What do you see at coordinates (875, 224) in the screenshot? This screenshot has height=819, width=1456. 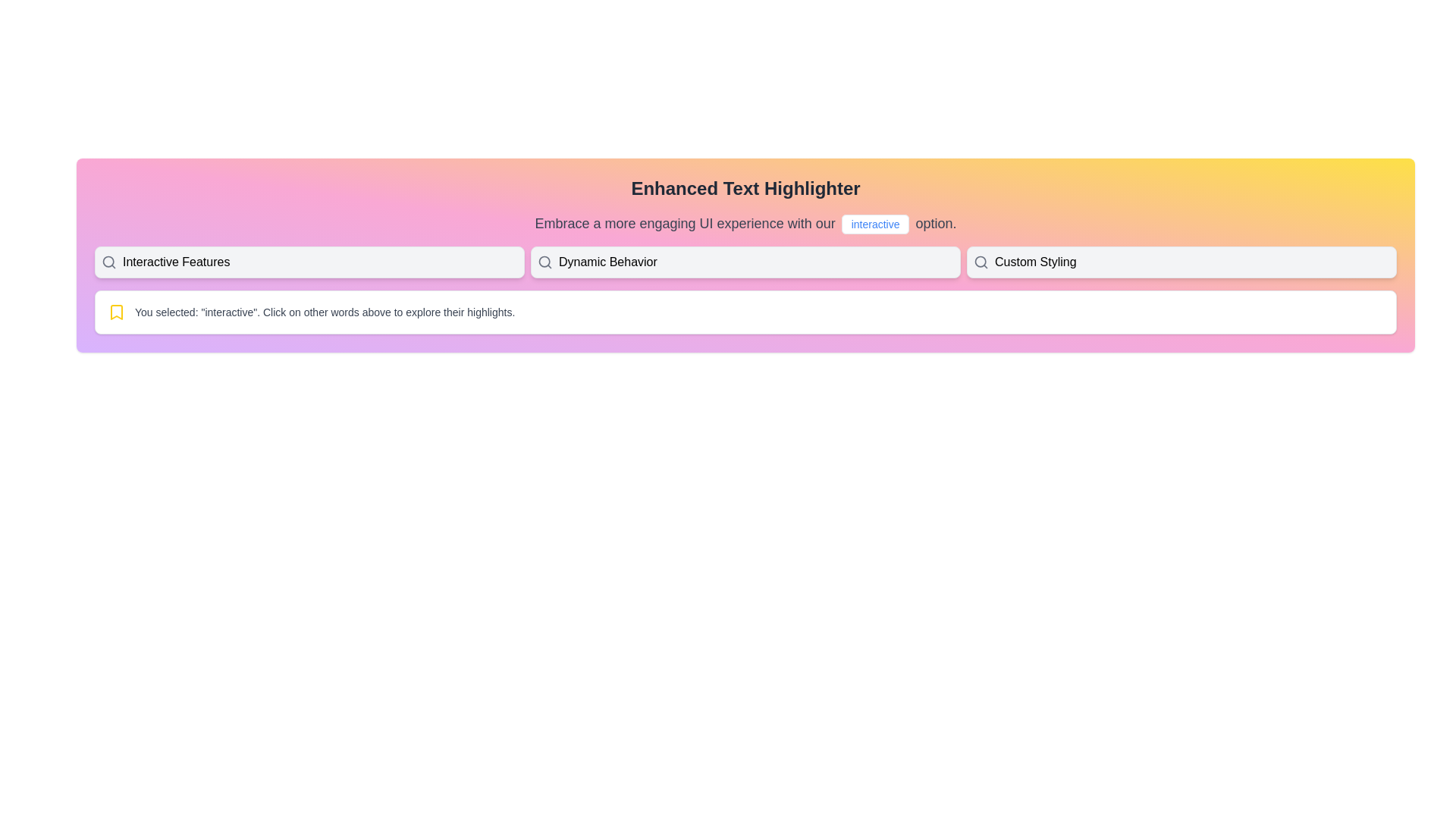 I see `the rectangular button labeled 'interactive' with a blue font and rounded border` at bounding box center [875, 224].